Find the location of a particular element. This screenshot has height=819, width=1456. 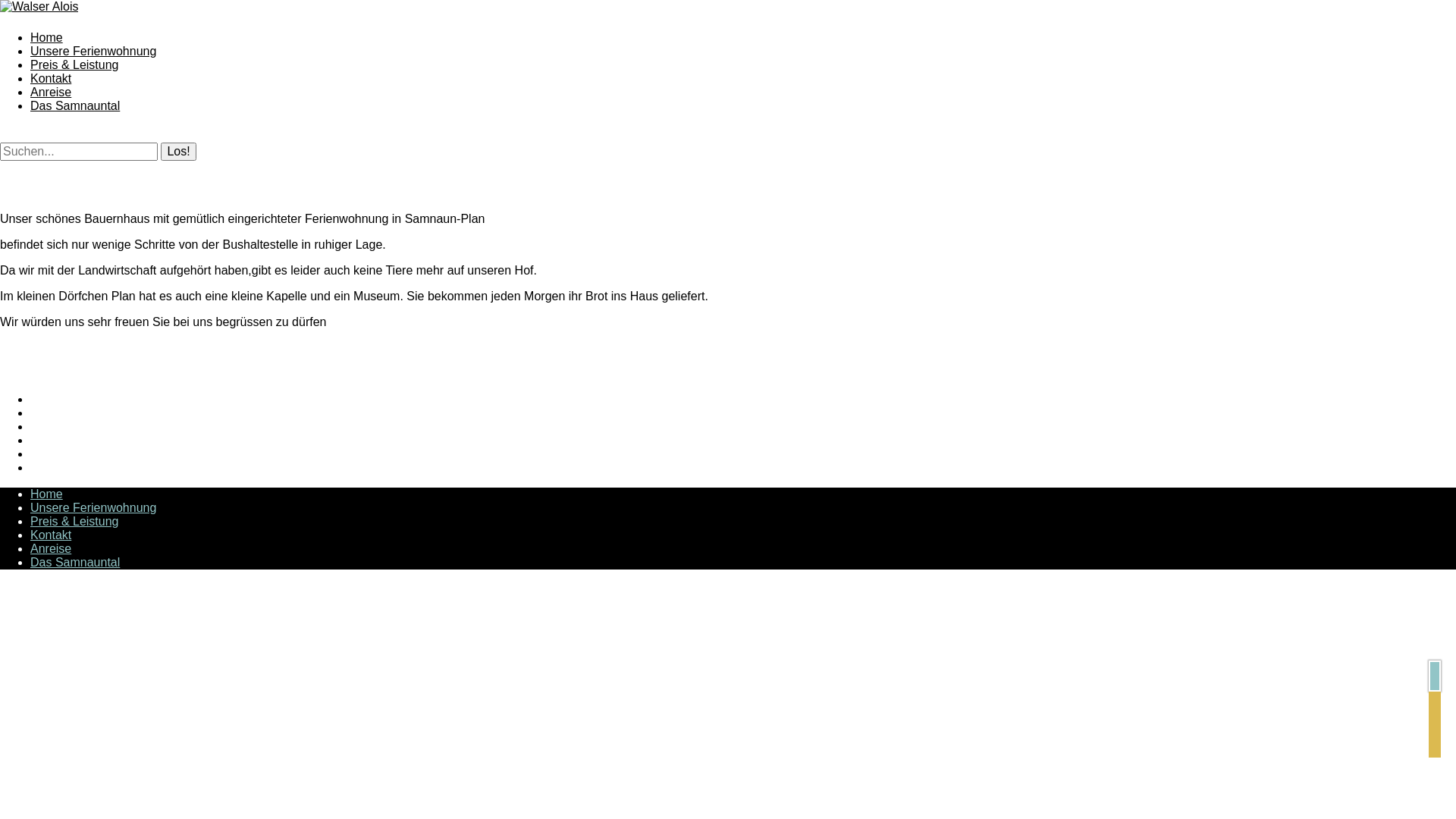

'Home' is located at coordinates (46, 494).